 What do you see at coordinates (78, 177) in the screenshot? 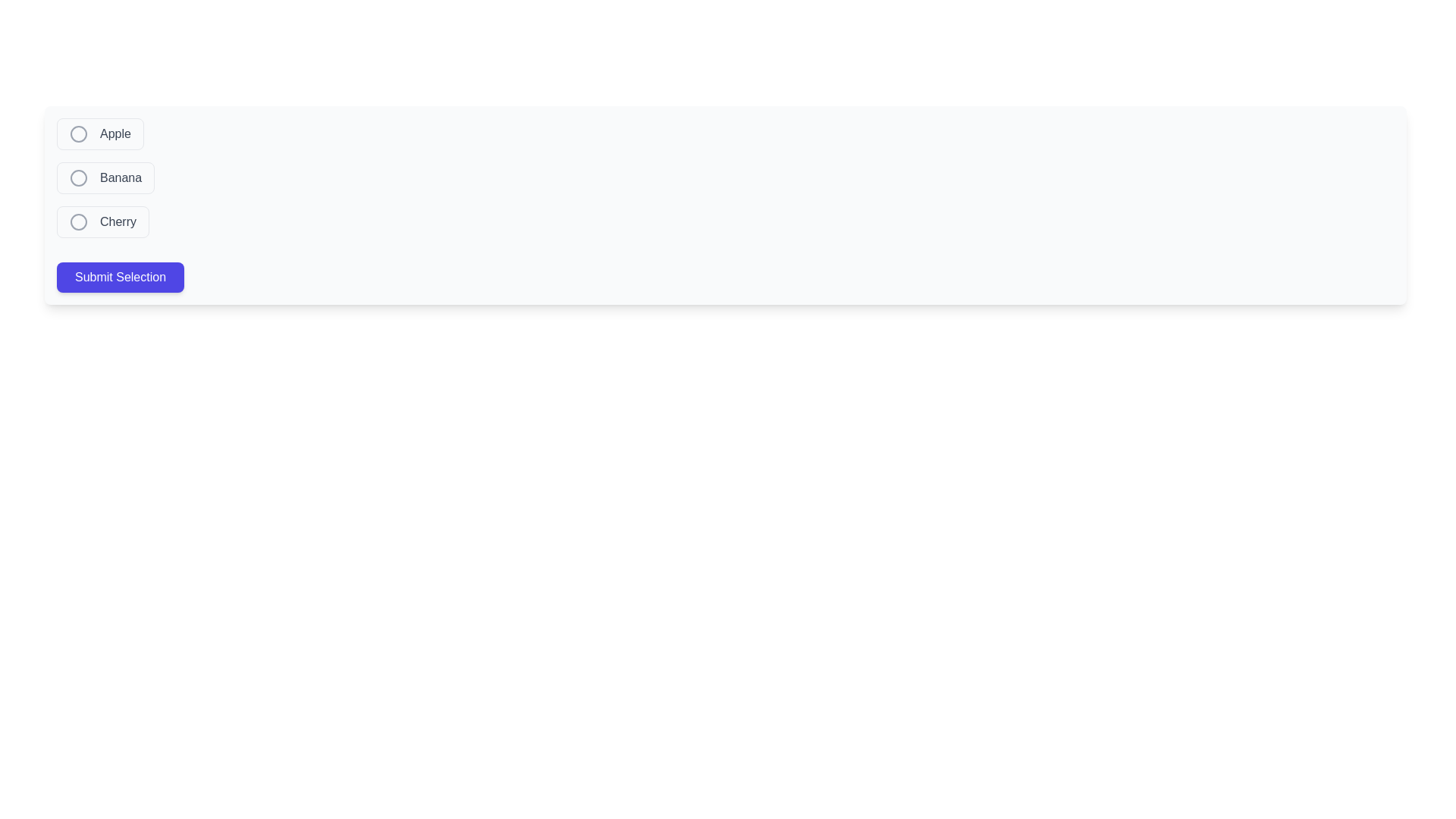
I see `the 'Banana' radio button using keyboard controls to select it` at bounding box center [78, 177].